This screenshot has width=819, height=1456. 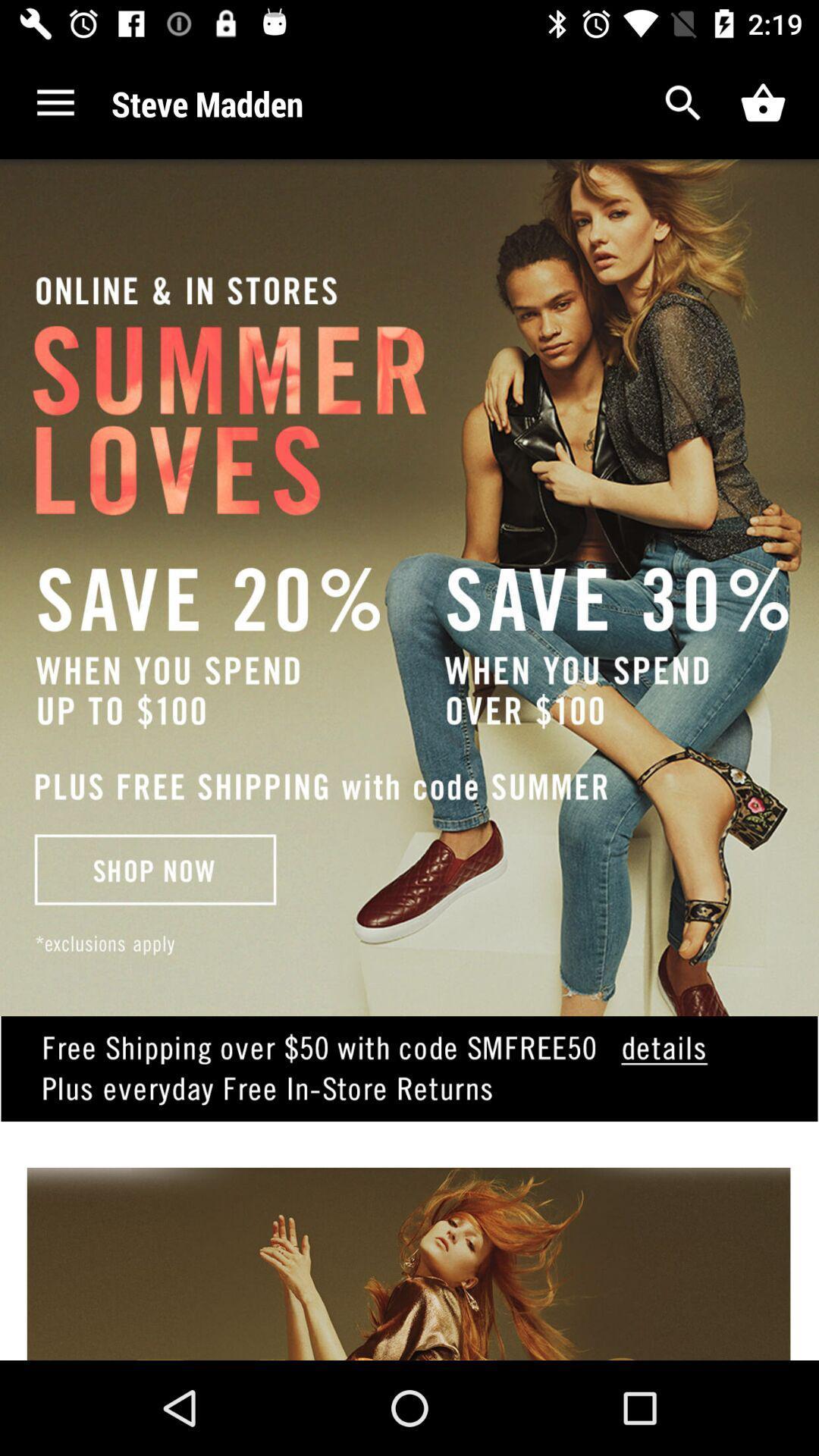 What do you see at coordinates (409, 1092) in the screenshot?
I see `shows coupon details` at bounding box center [409, 1092].